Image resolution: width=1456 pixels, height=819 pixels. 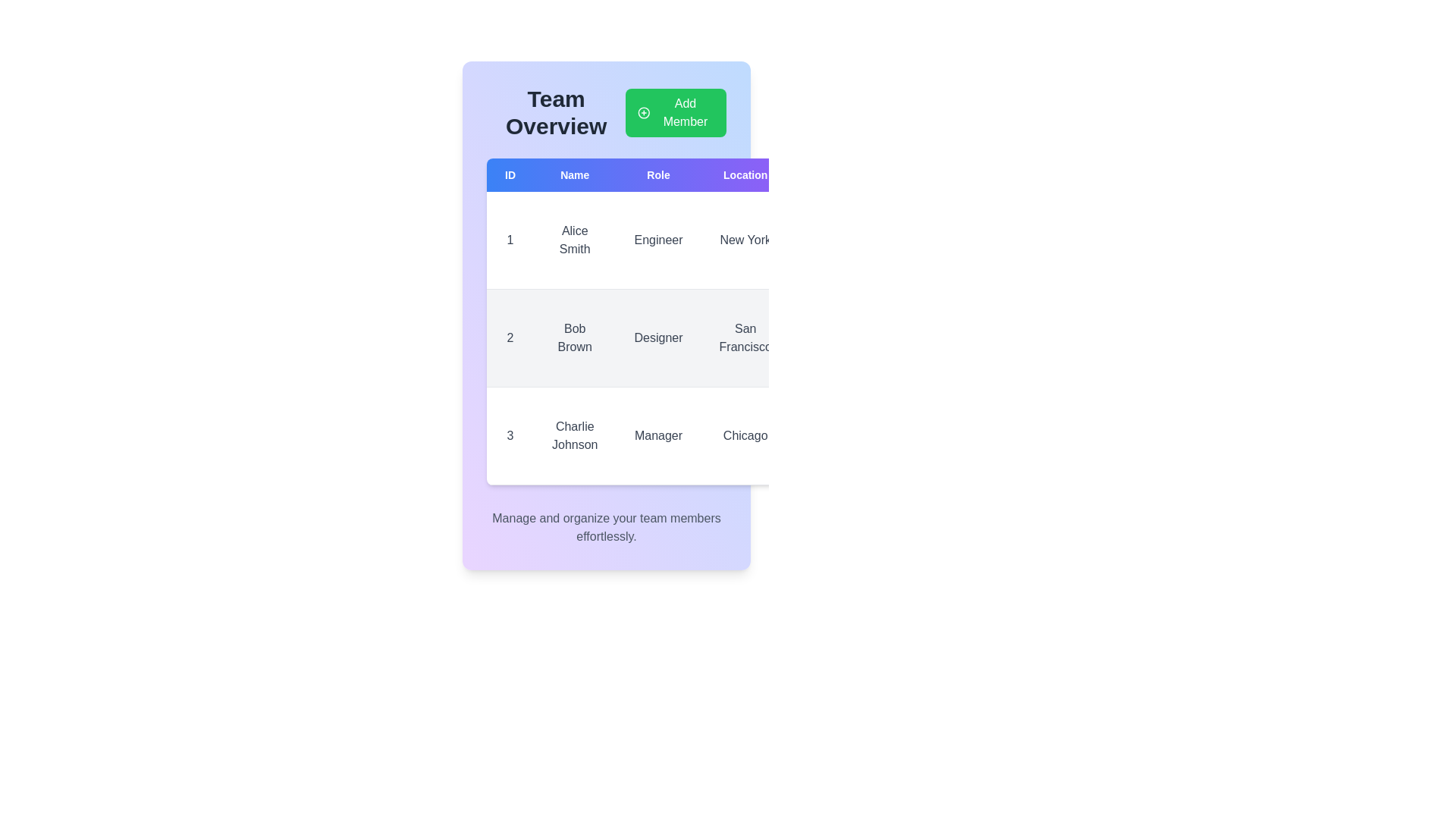 What do you see at coordinates (510, 435) in the screenshot?
I see `the text label that serves as an identifier in the first column of the third row in a tabular structure, adjacent to 'Charlie Johnson'` at bounding box center [510, 435].